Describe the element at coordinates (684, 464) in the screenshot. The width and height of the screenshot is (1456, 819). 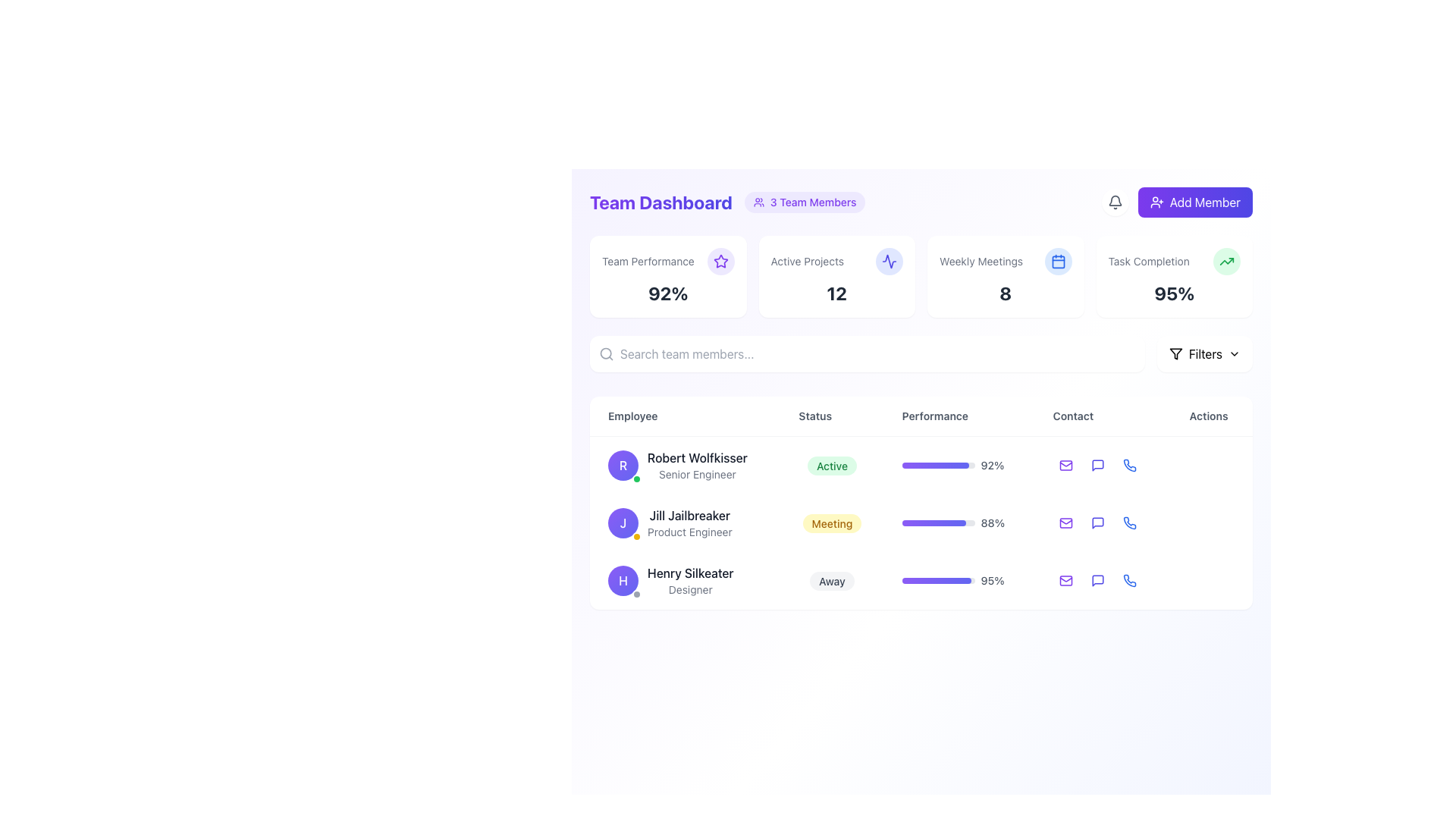
I see `the employee information row displaying 'Robert Wolfkisser', which includes a circular avatar and a green status dot in the team dashboard` at that location.